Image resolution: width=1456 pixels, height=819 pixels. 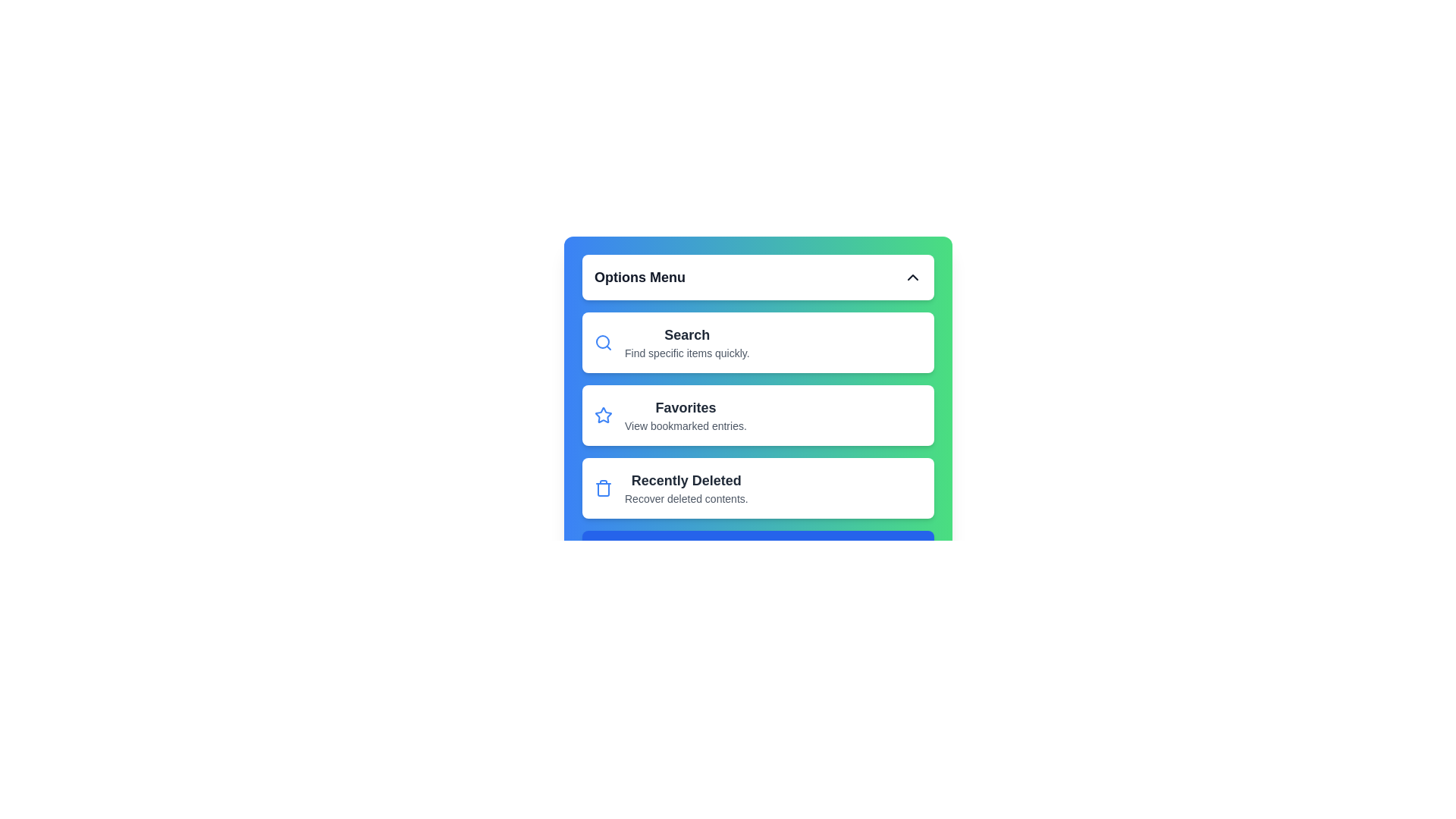 What do you see at coordinates (685, 415) in the screenshot?
I see `the 'Favorites' label in the second card of the options list, which describes access to bookmarked entries` at bounding box center [685, 415].